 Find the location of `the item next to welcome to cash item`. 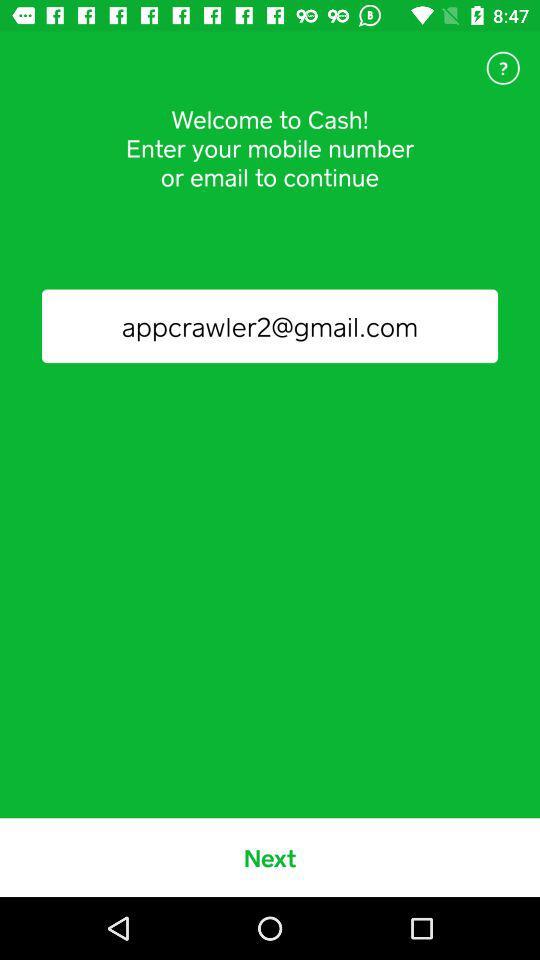

the item next to welcome to cash item is located at coordinates (502, 68).